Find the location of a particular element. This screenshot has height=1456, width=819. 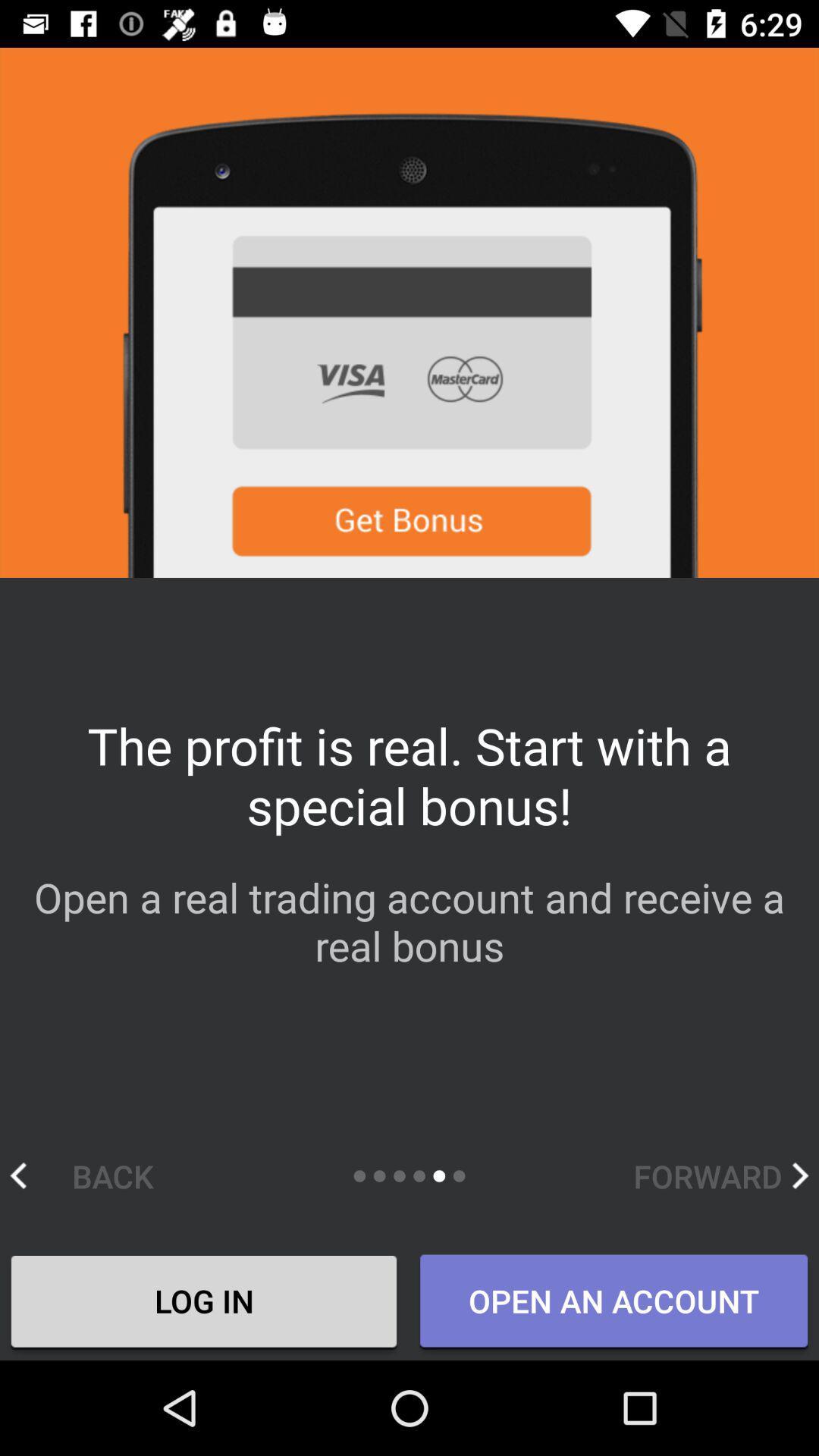

the icon next to the open an account is located at coordinates (203, 1302).